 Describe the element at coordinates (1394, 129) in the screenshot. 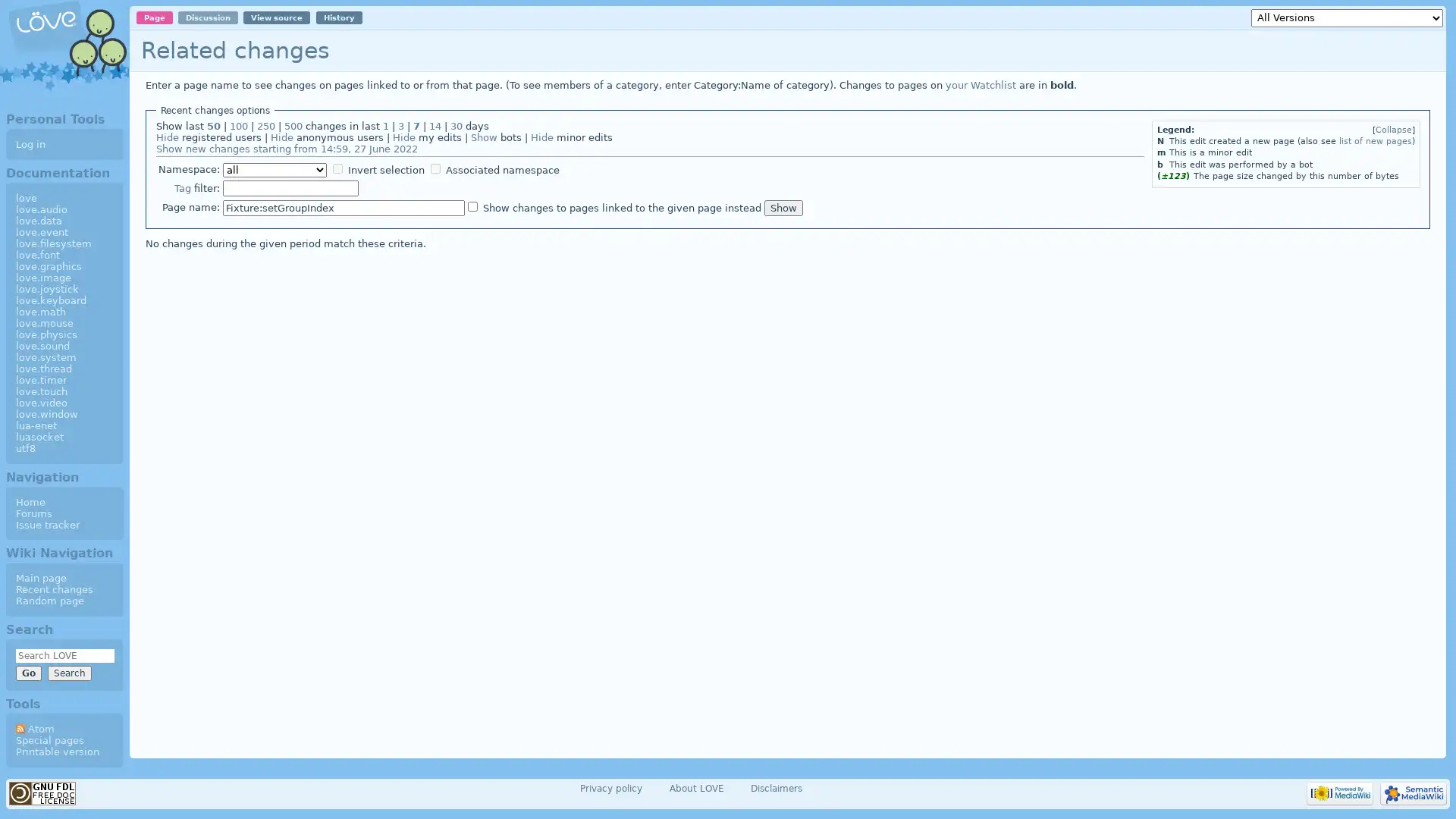

I see `[Collapse]` at that location.